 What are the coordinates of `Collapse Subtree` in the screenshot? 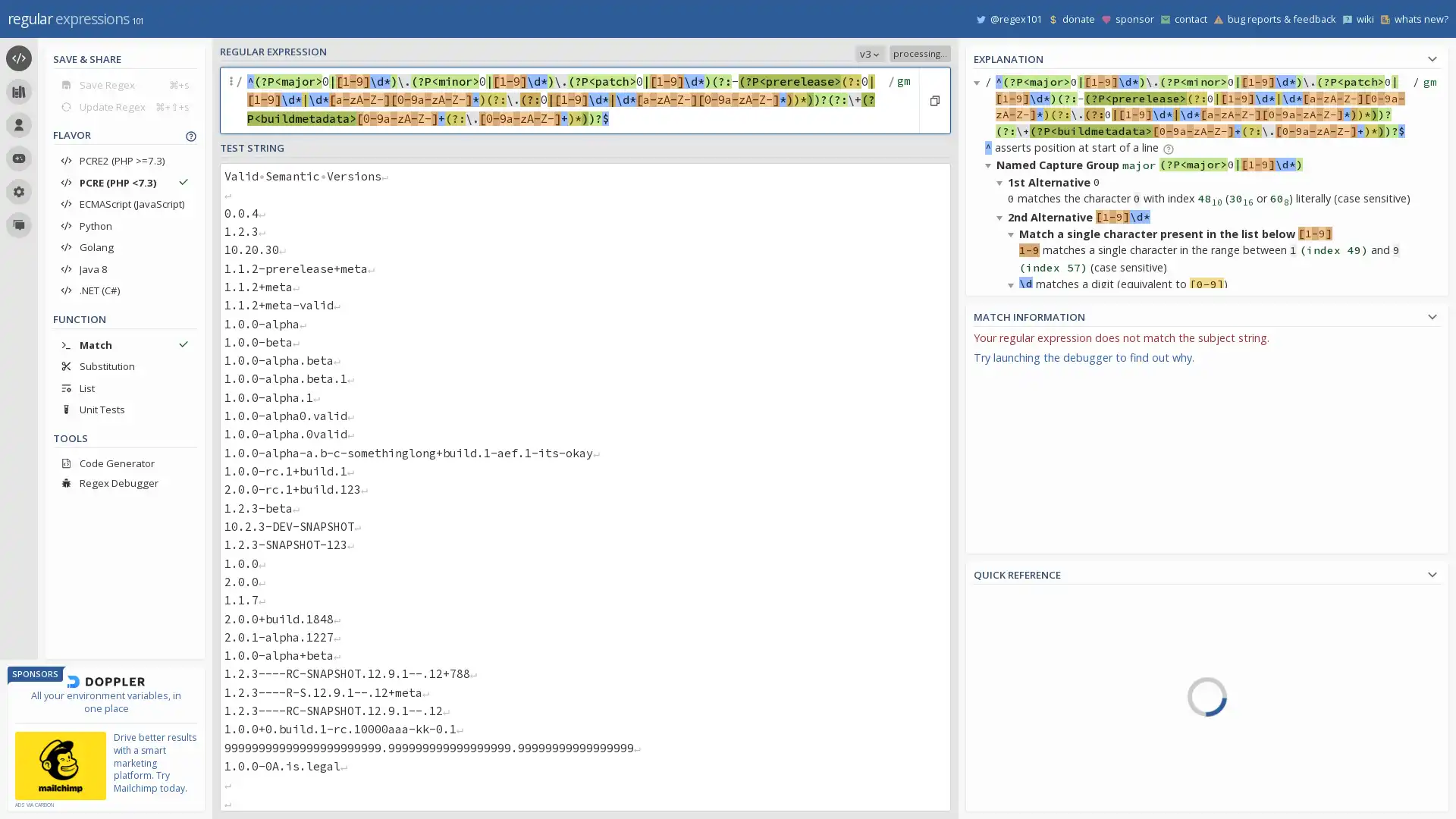 It's located at (1002, 560).